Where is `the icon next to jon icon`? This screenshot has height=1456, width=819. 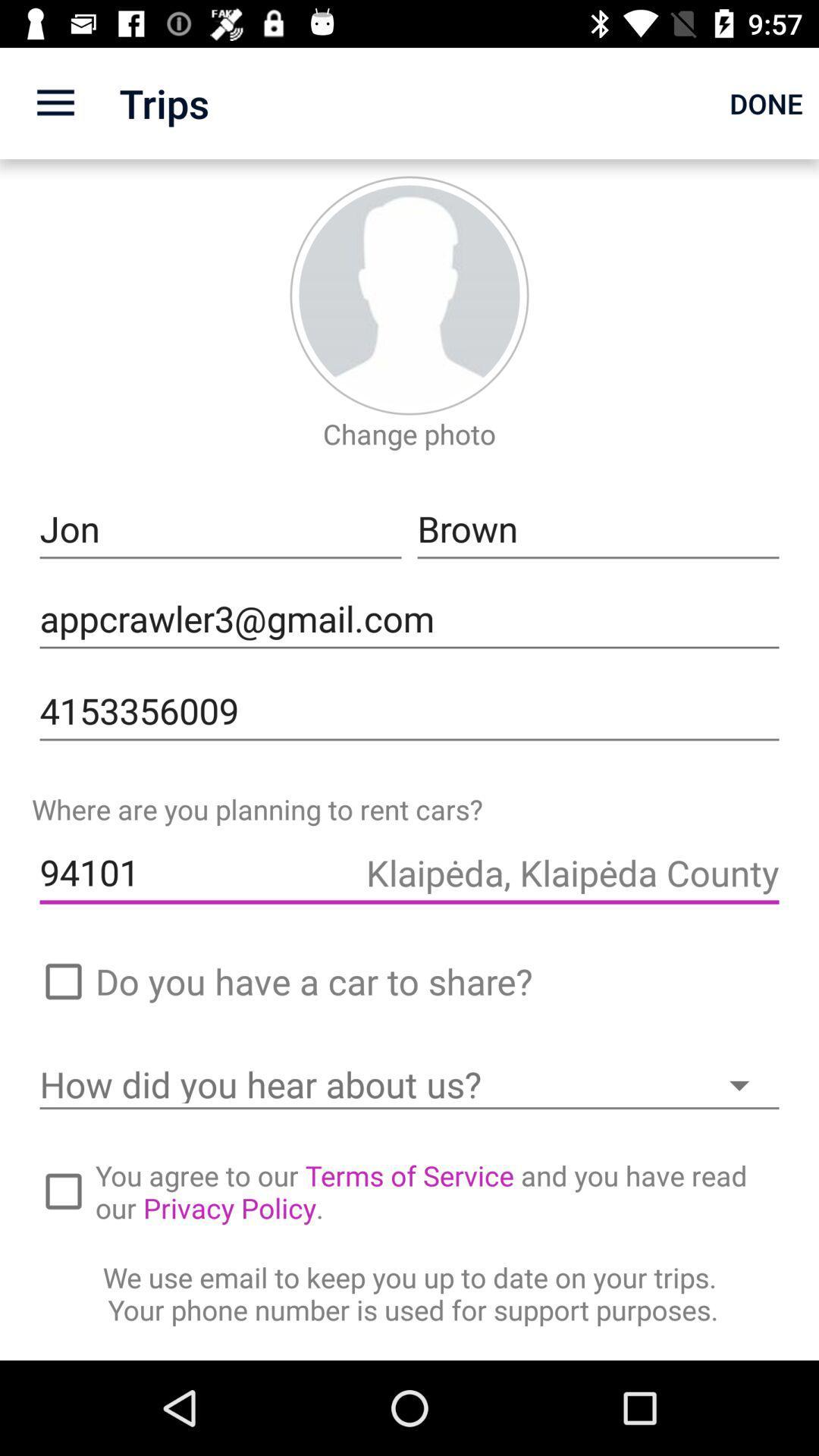 the icon next to jon icon is located at coordinates (598, 529).